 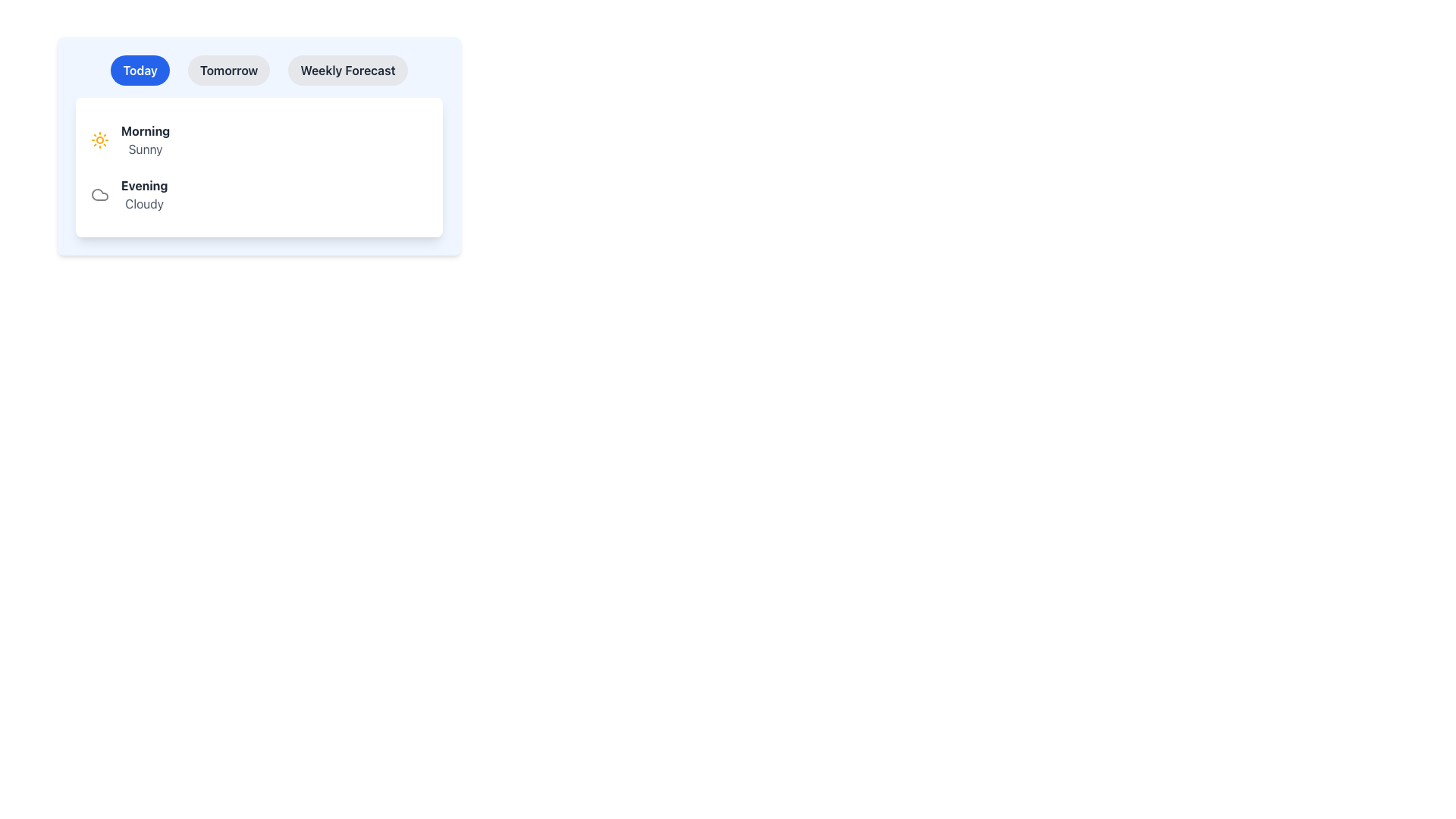 I want to click on the bold, dark gray text label displaying the word 'Morning', which is located in the top left portion of the 'Today' section of the weather forecast card, above the label 'Sunny', so click(x=146, y=130).